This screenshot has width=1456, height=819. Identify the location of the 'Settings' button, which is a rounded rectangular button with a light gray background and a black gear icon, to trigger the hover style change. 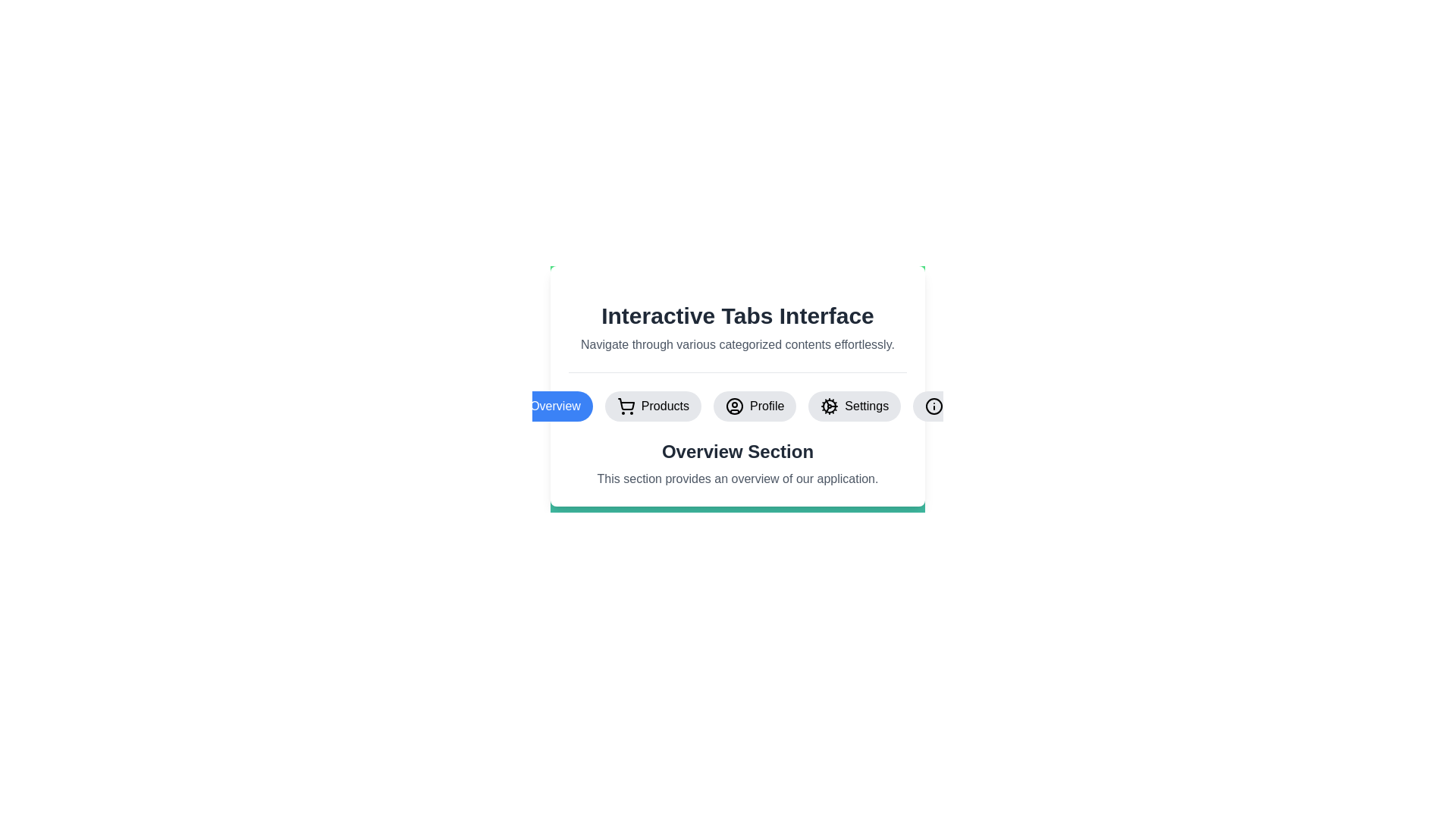
(855, 406).